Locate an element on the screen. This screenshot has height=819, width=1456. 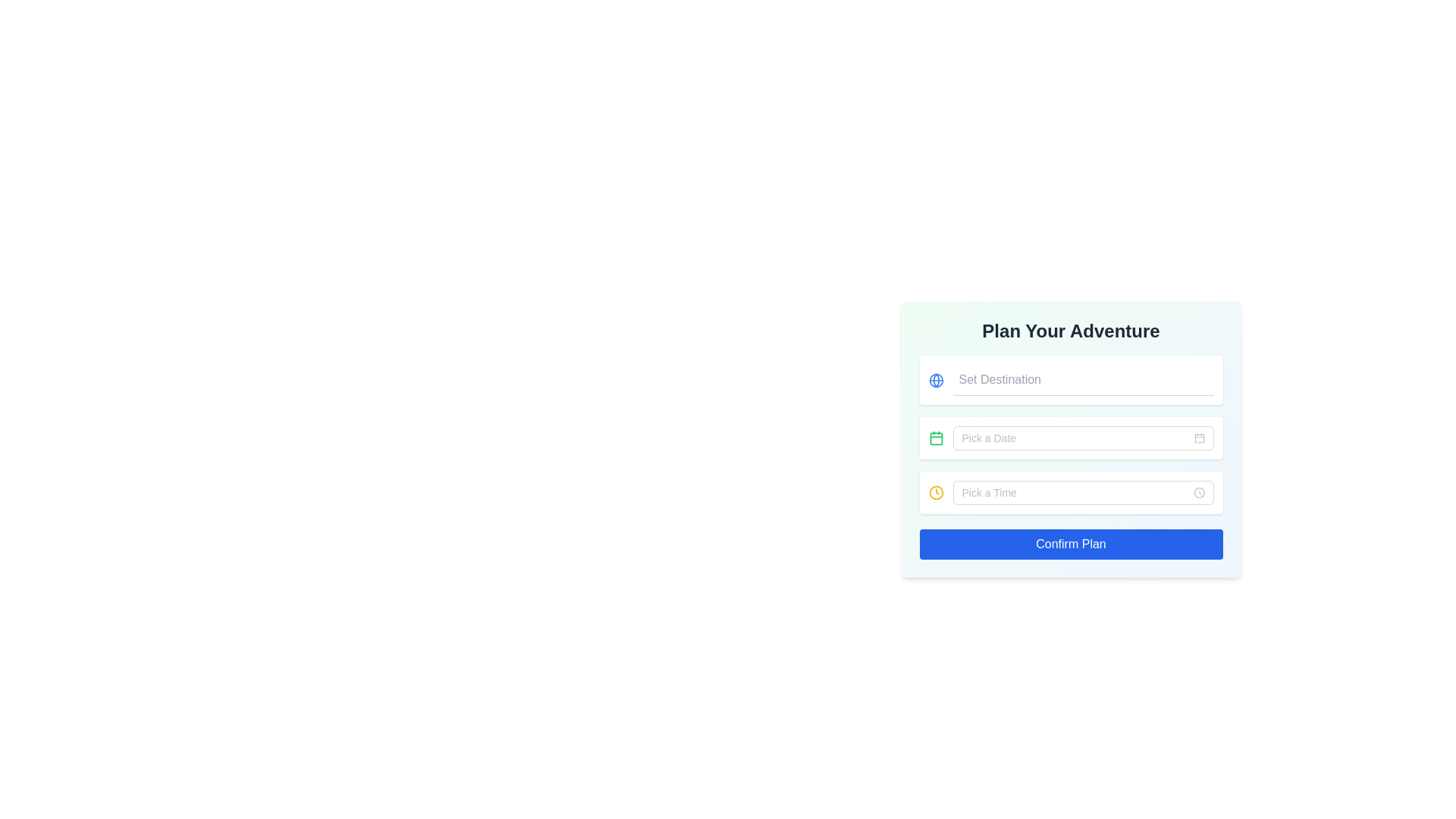
the circular graphical component within the SVG icon that denotes a global feature, aiding in the 'Set Destination' action is located at coordinates (935, 379).